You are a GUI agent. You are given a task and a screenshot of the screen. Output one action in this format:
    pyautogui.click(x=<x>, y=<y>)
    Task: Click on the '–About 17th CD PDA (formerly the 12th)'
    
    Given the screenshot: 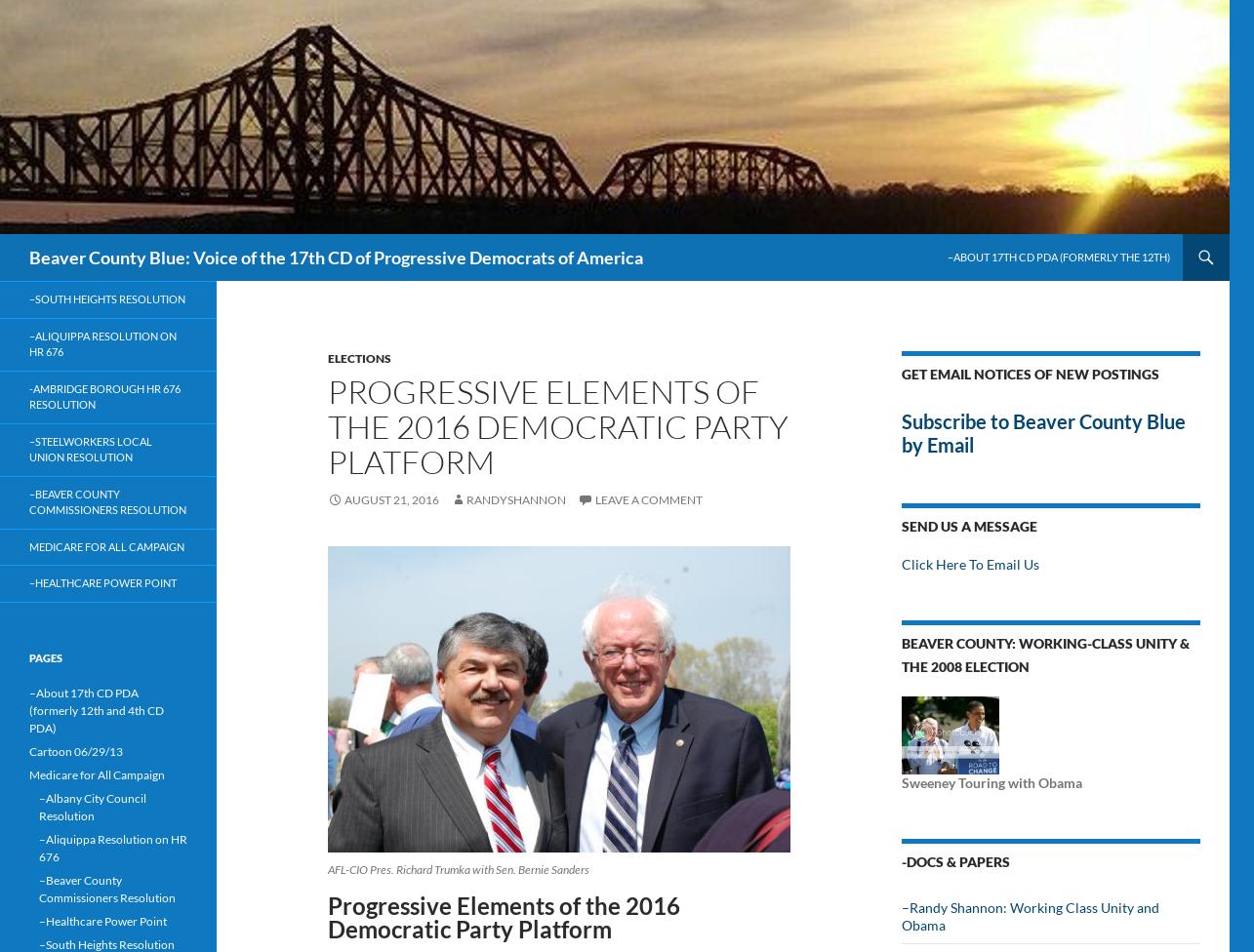 What is the action you would take?
    pyautogui.click(x=1058, y=257)
    